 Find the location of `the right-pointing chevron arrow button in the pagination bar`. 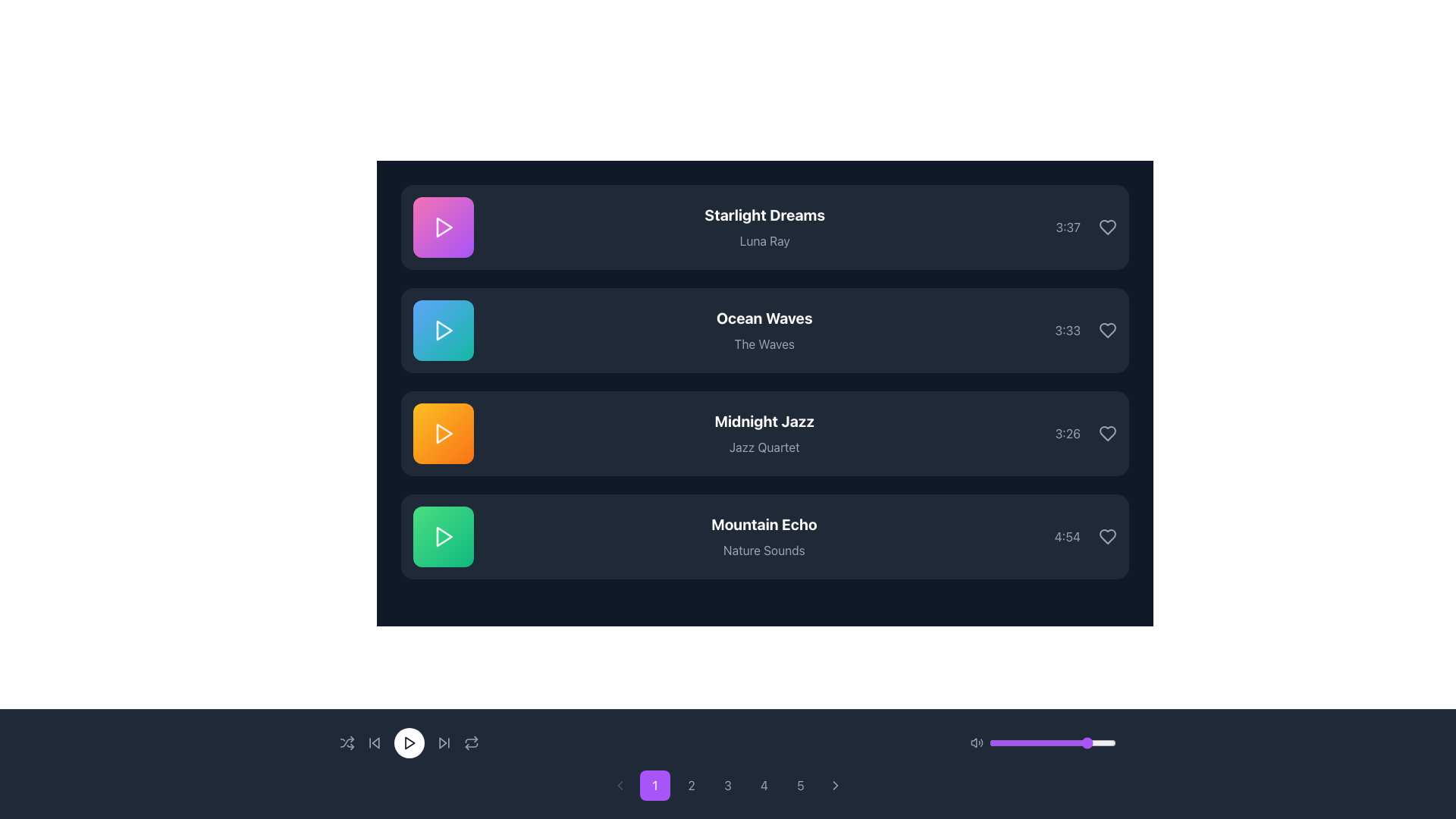

the right-pointing chevron arrow button in the pagination bar is located at coordinates (835, 785).